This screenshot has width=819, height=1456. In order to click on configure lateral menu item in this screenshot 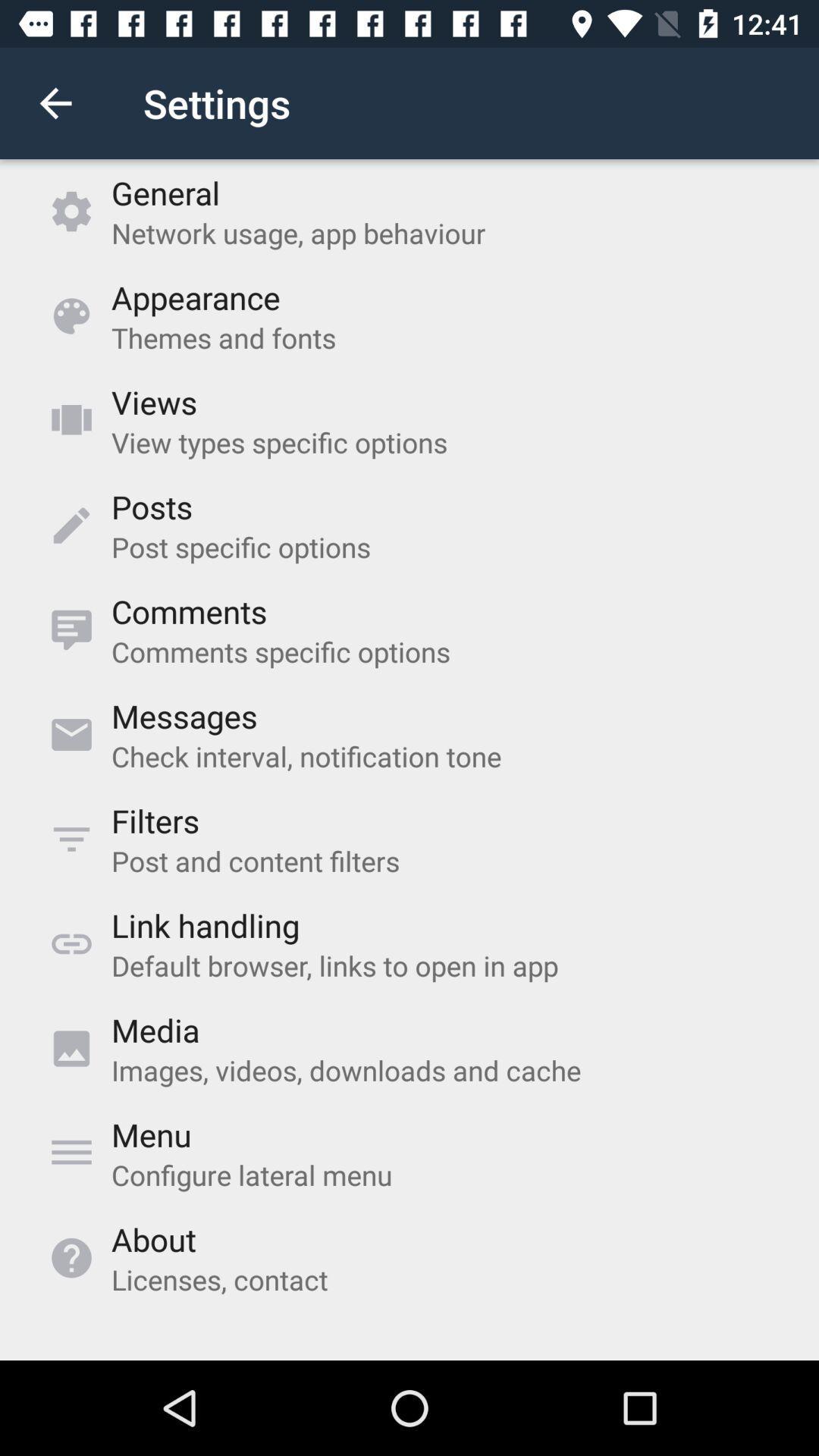, I will do `click(251, 1174)`.